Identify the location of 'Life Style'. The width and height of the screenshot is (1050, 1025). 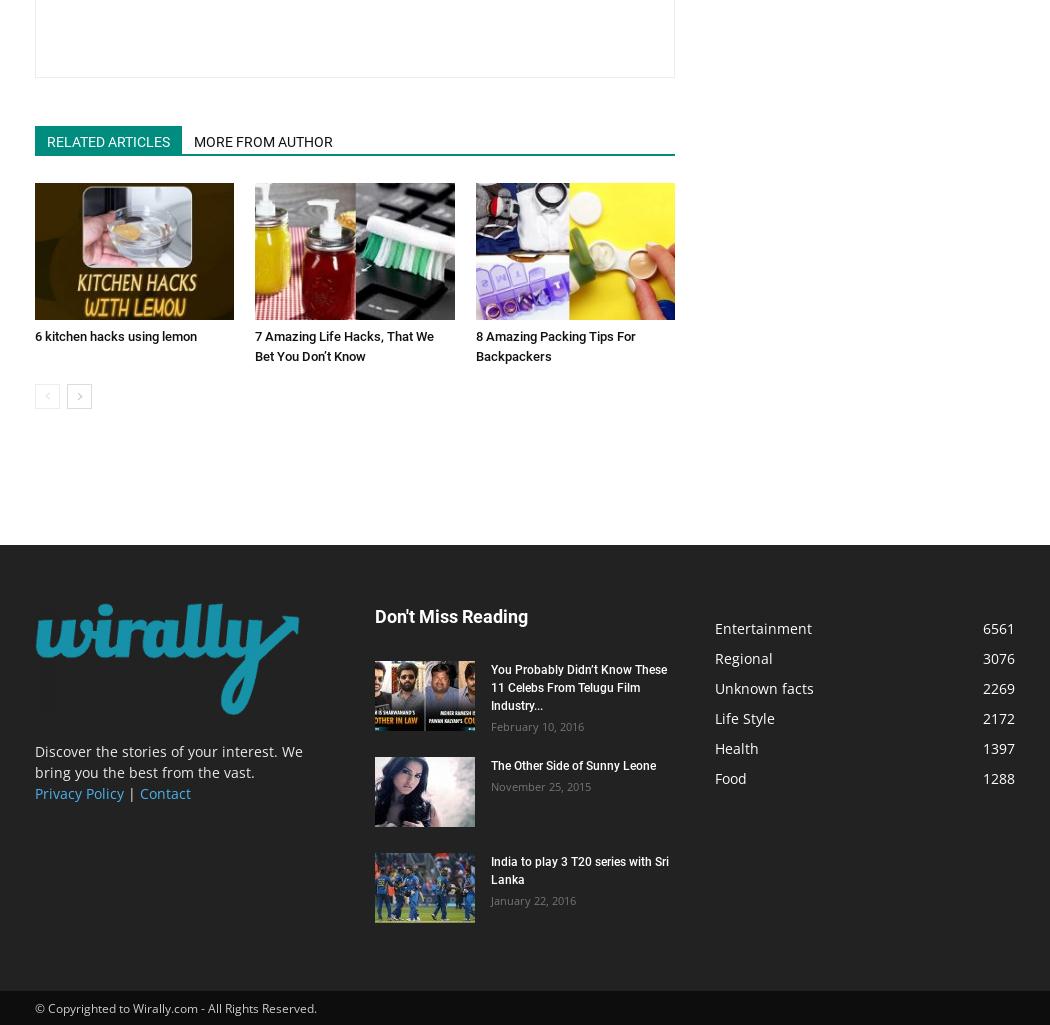
(743, 717).